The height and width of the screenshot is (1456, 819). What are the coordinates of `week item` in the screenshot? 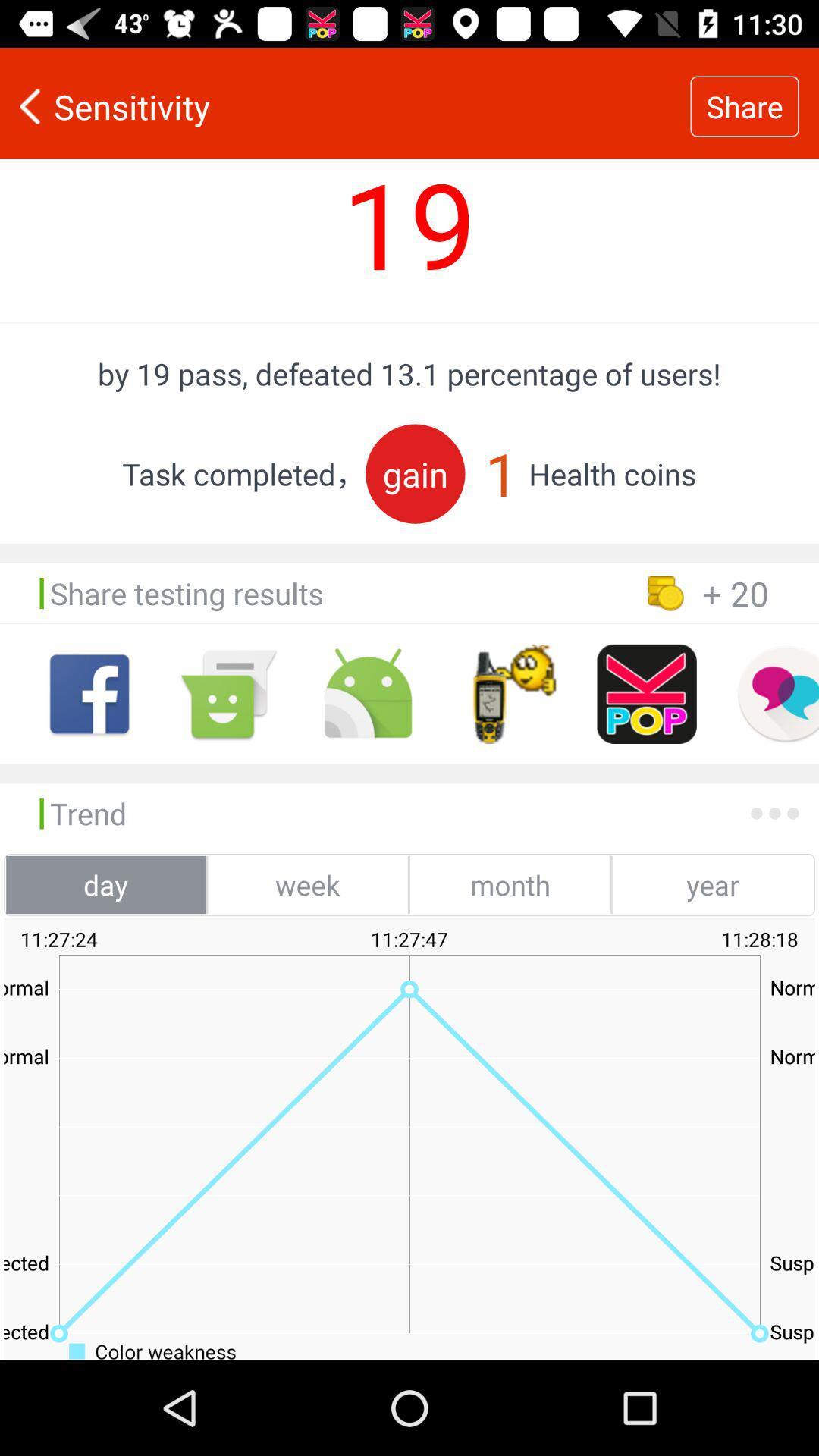 It's located at (307, 884).